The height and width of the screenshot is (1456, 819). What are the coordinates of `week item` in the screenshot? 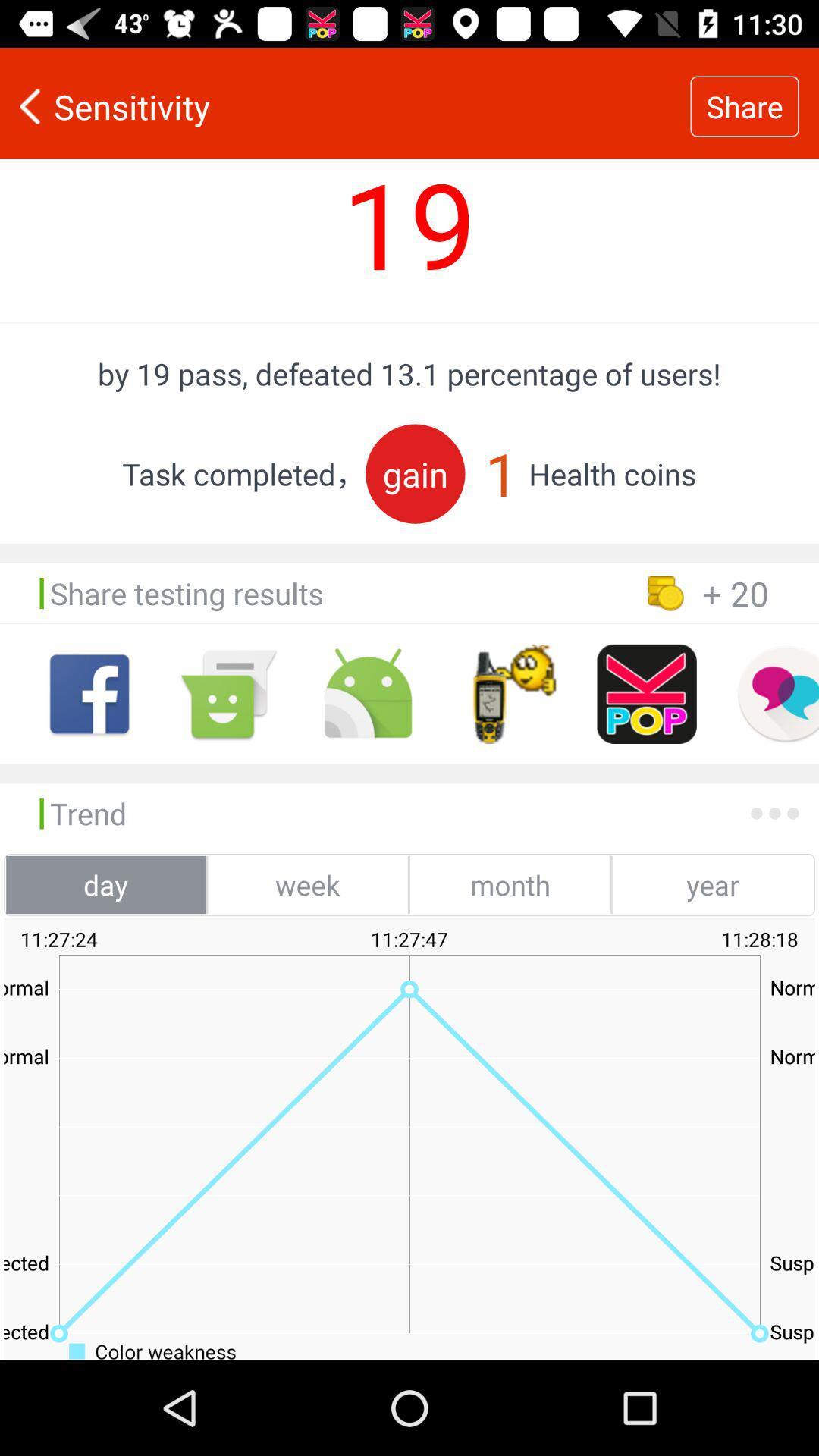 It's located at (307, 884).